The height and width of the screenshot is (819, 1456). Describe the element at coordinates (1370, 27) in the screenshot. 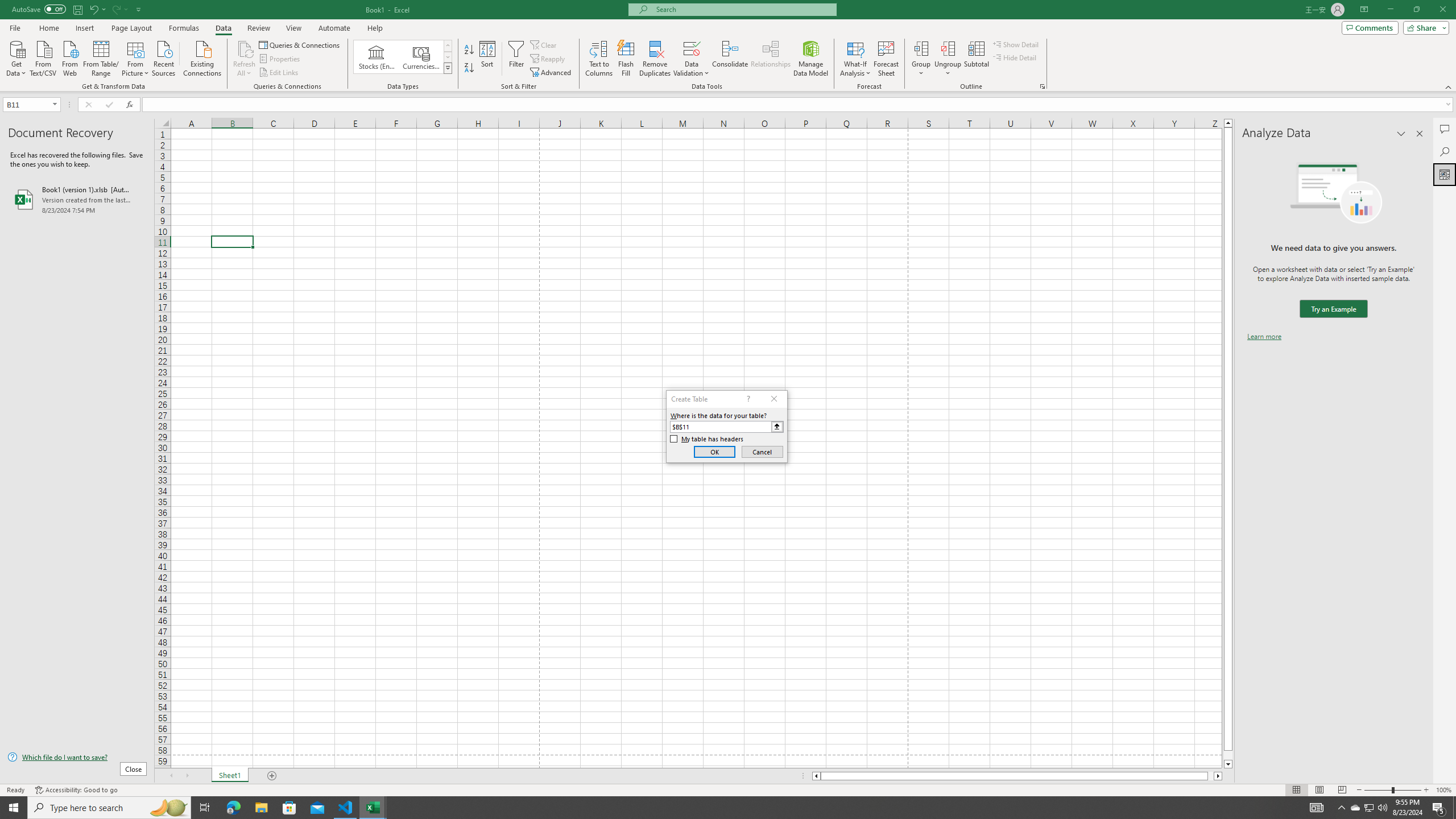

I see `'Comments'` at that location.